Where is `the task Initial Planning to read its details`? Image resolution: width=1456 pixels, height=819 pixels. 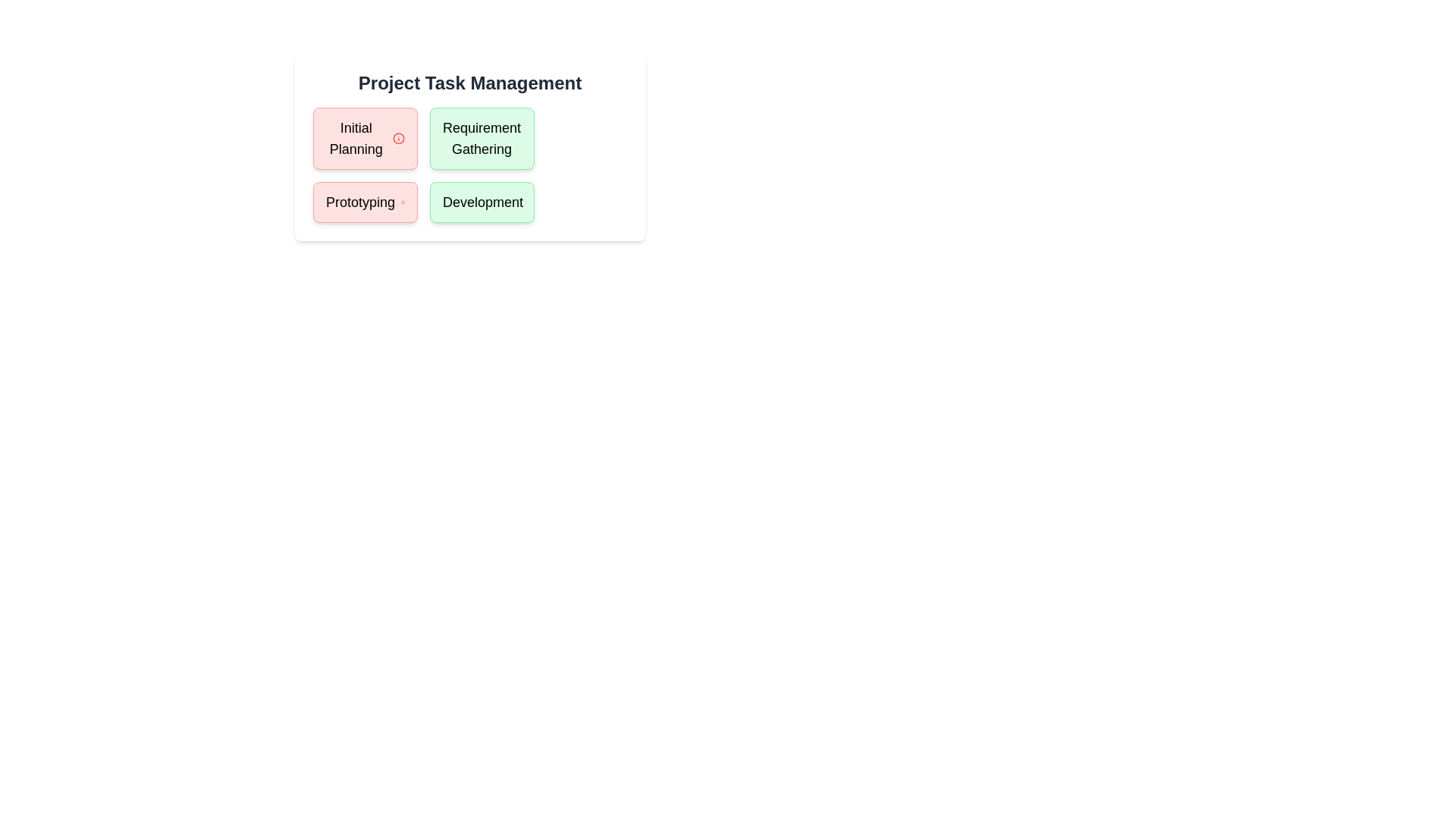 the task Initial Planning to read its details is located at coordinates (365, 138).